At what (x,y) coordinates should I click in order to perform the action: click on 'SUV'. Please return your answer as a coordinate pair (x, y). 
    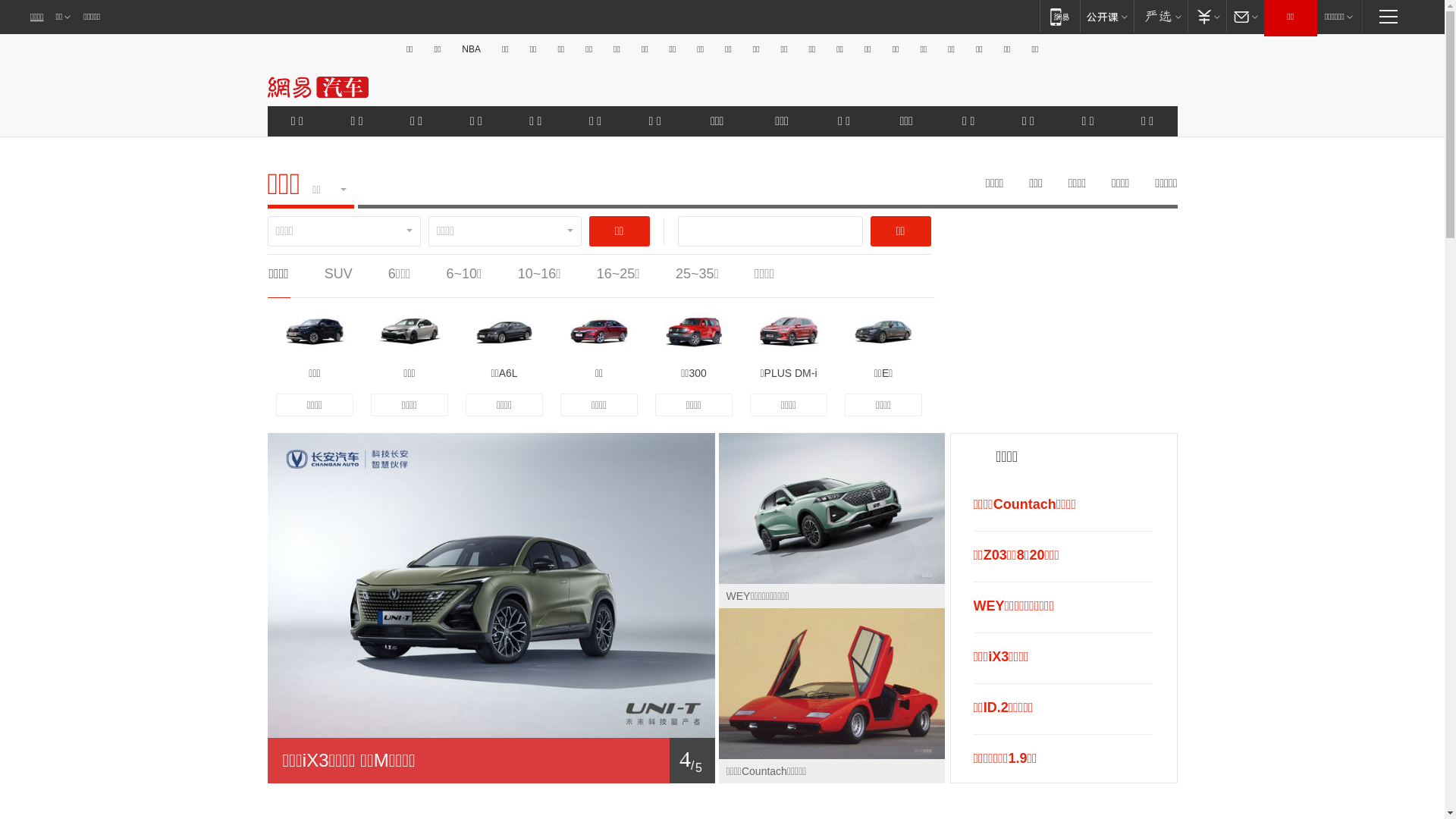
    Looking at the image, I should click on (337, 274).